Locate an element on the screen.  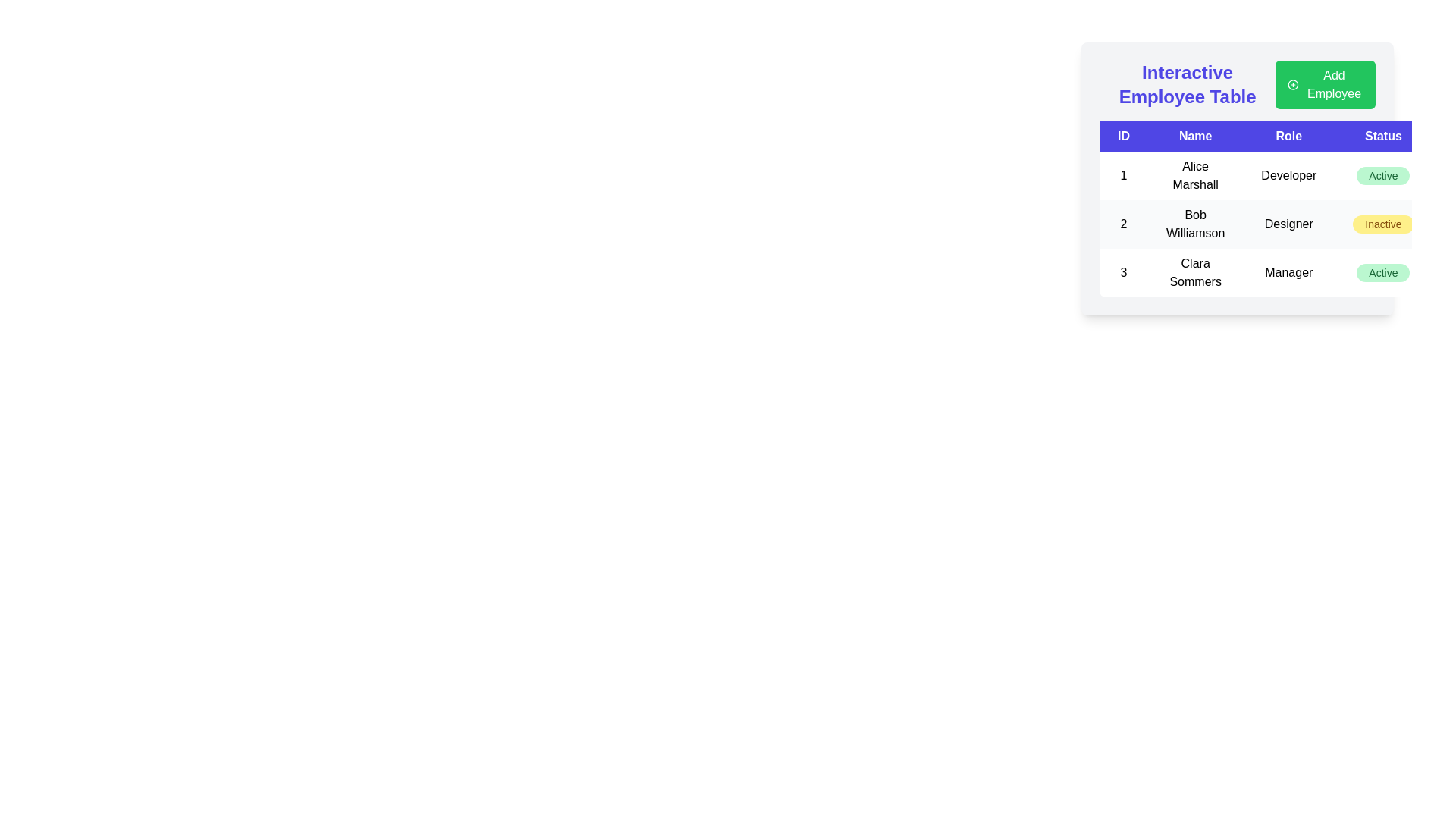
a row in the Interactive Employee Table is located at coordinates (1238, 177).